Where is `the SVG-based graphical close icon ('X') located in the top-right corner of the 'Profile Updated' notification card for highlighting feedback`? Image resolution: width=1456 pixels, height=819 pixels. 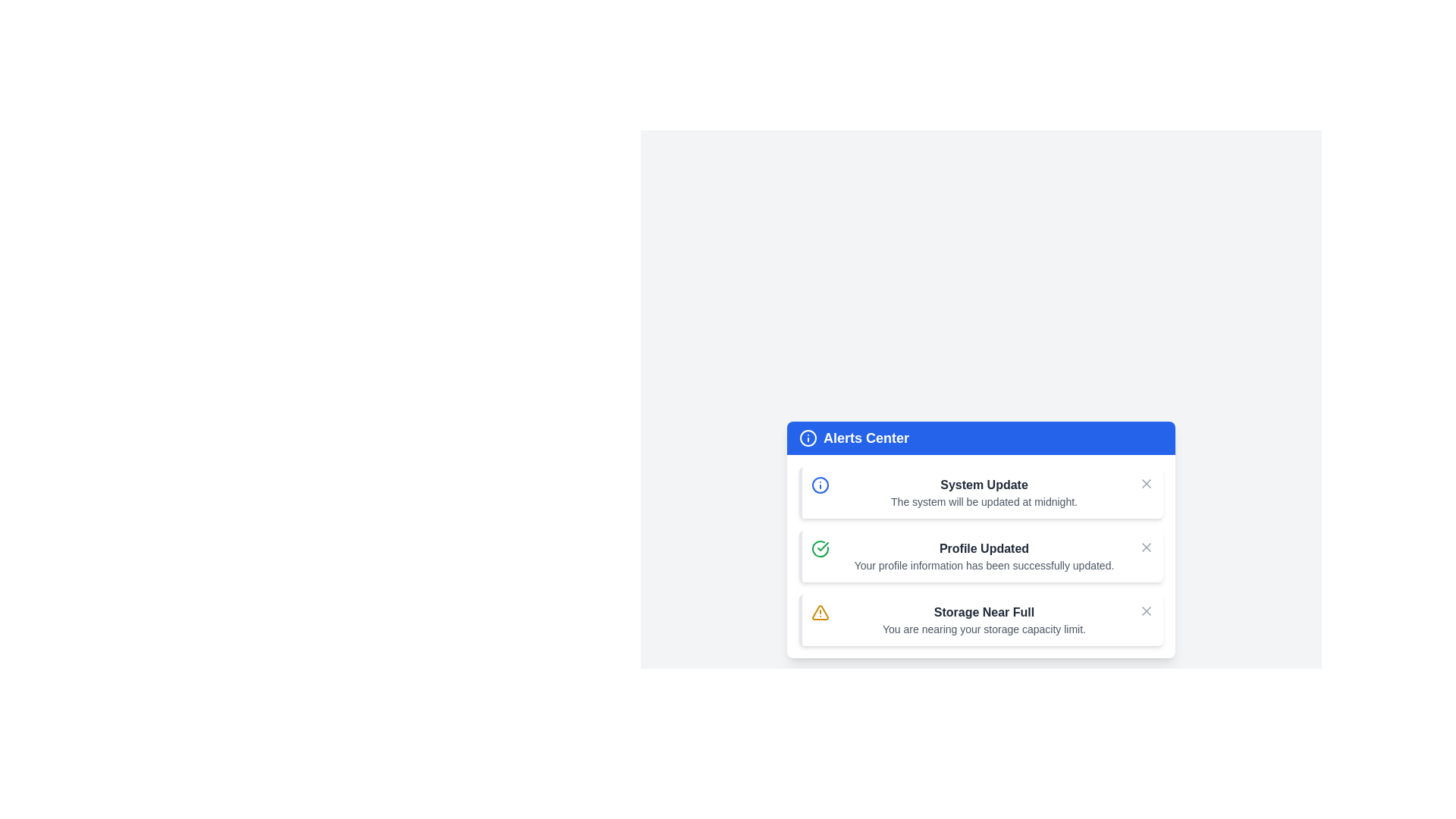
the SVG-based graphical close icon ('X') located in the top-right corner of the 'Profile Updated' notification card for highlighting feedback is located at coordinates (1147, 547).